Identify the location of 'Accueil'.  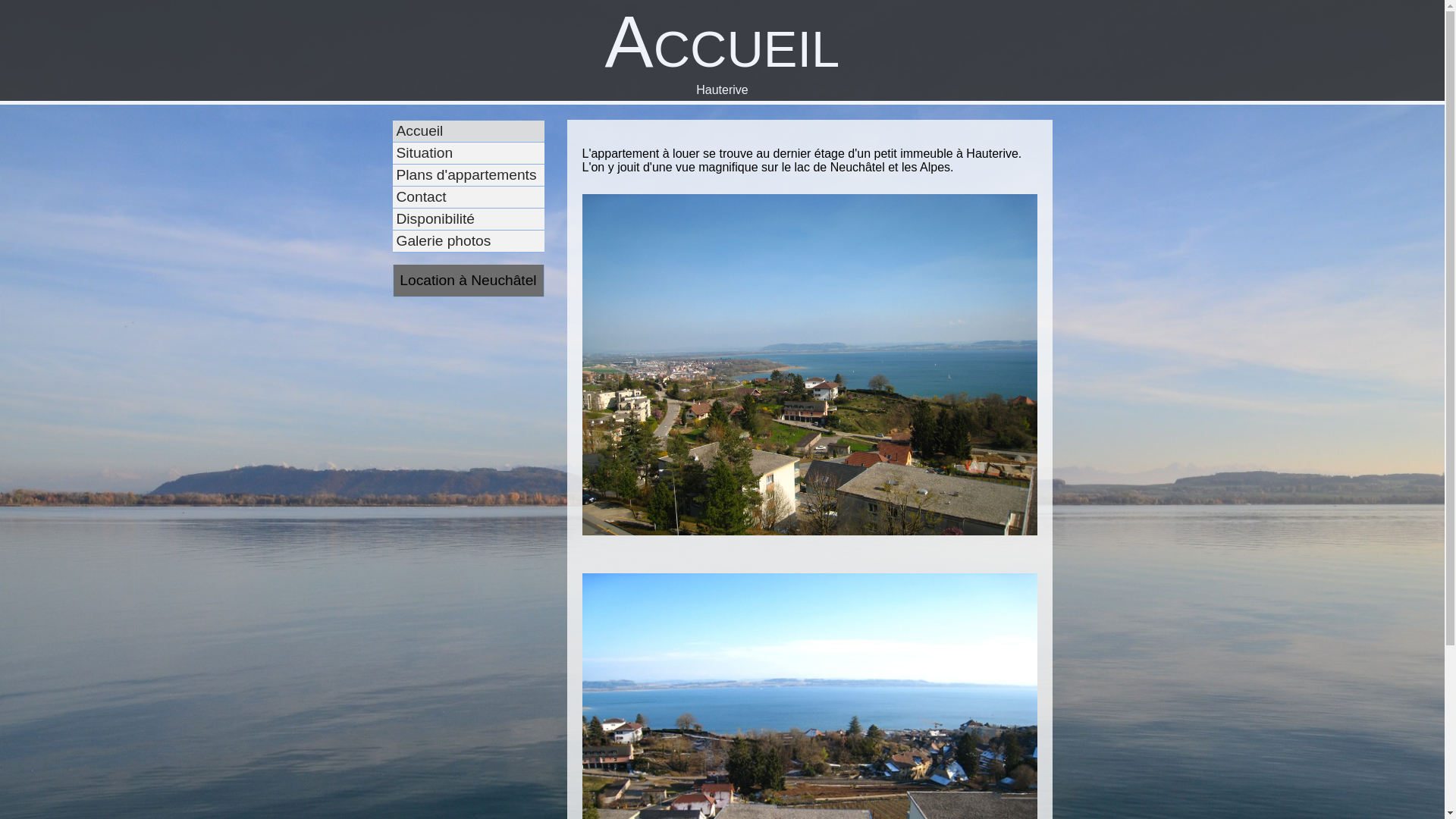
(483, 130).